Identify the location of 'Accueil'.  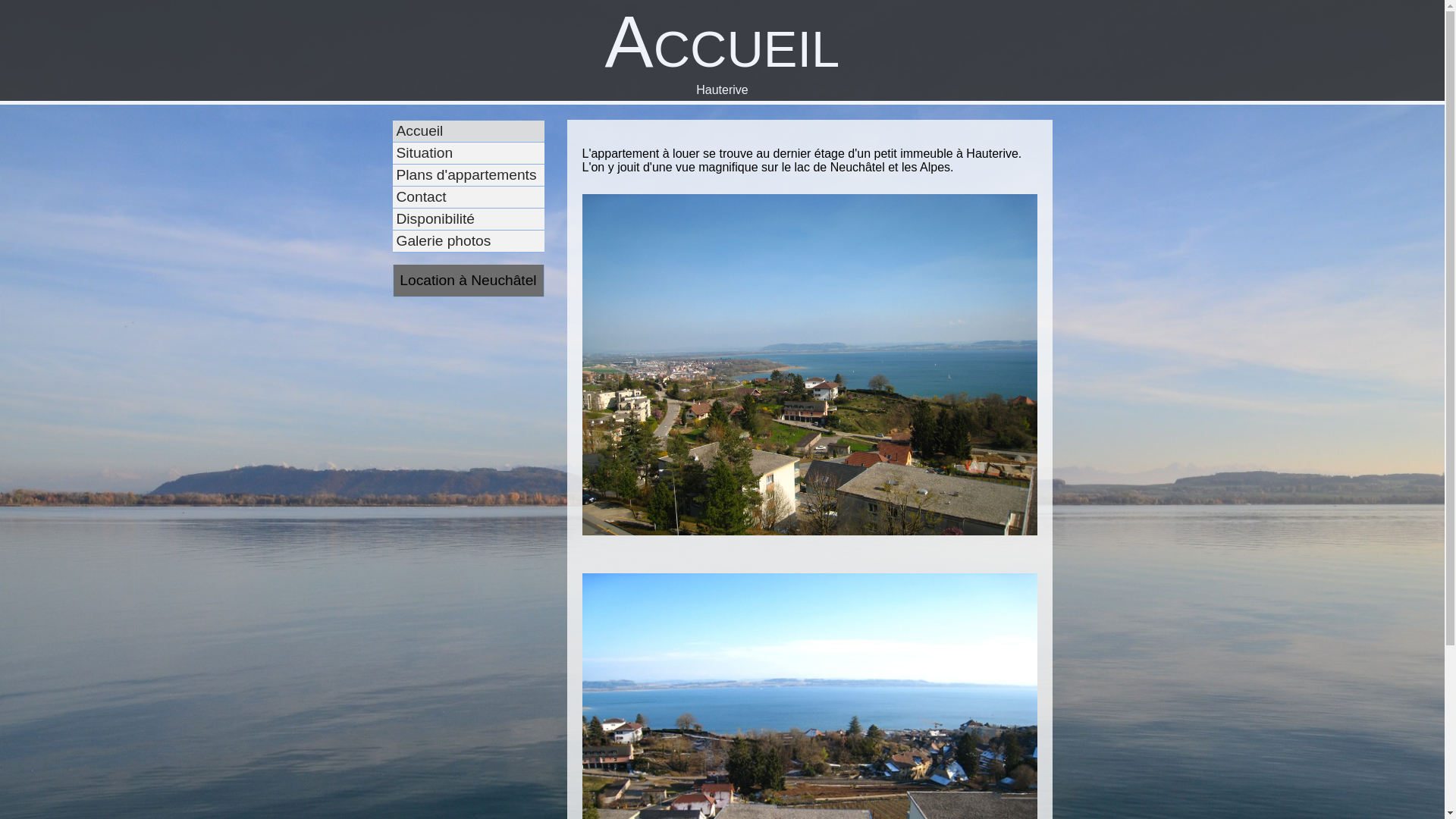
(483, 130).